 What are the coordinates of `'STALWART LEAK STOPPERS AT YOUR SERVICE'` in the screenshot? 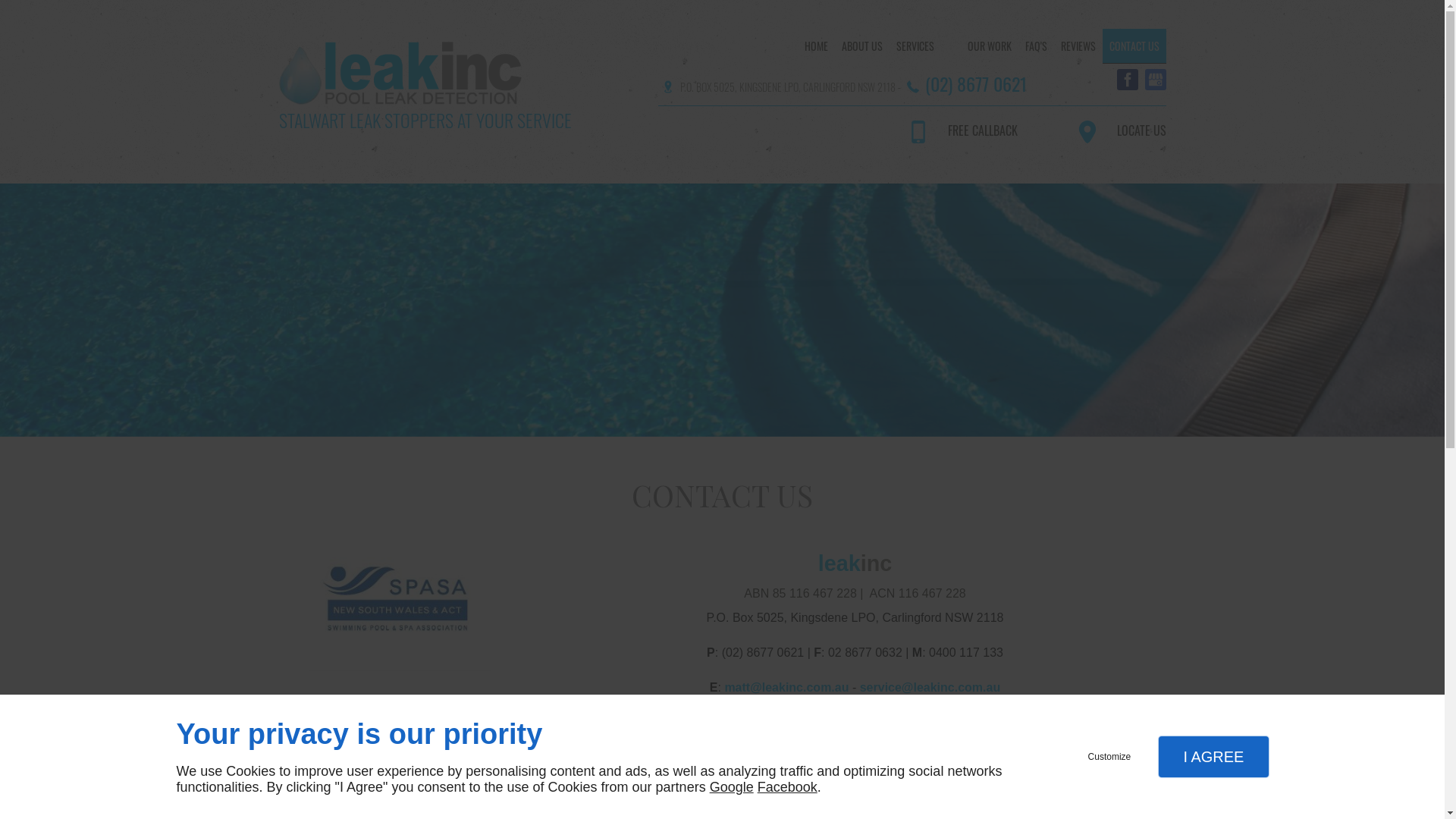 It's located at (279, 88).